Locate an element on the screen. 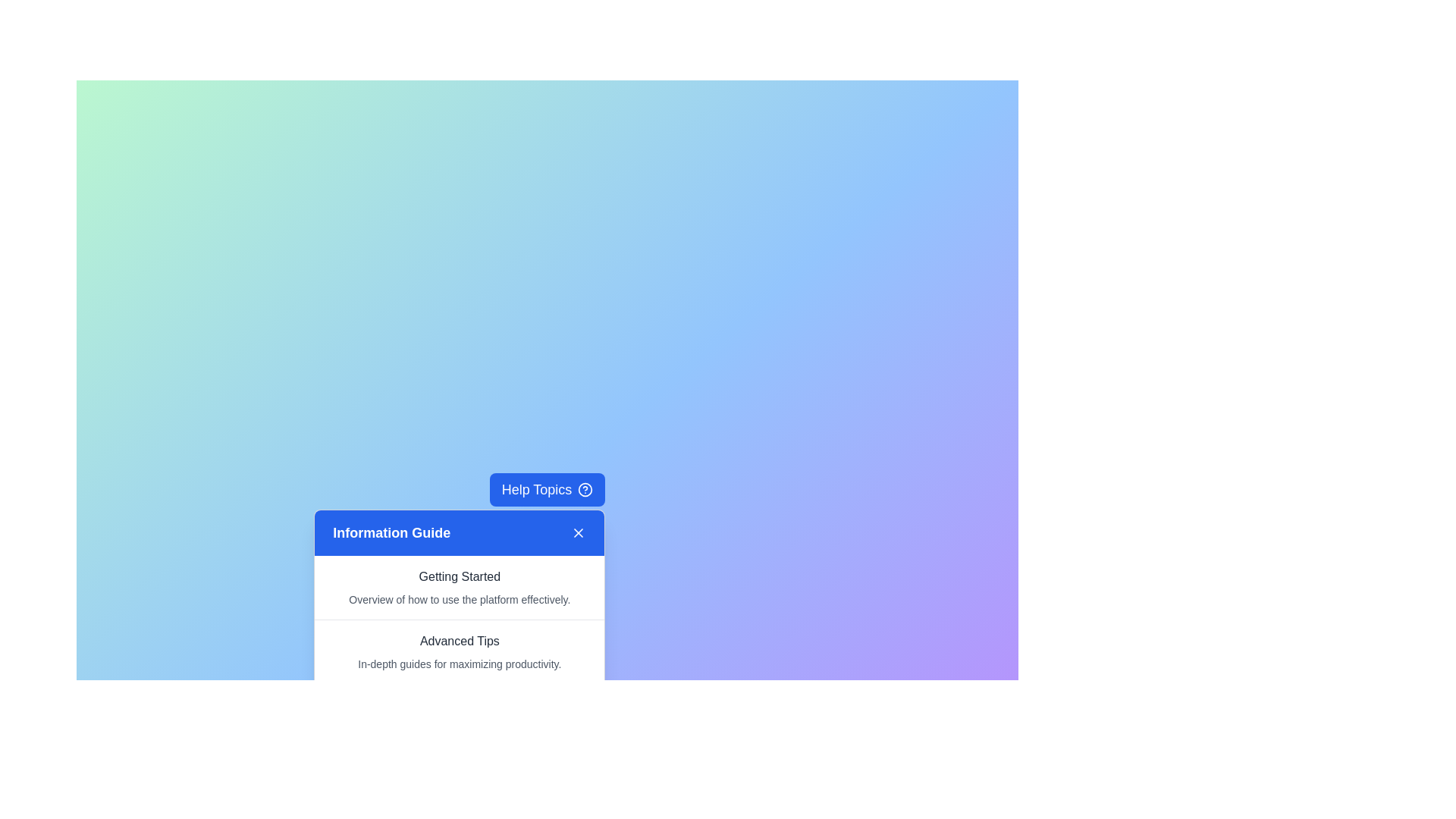  the Text label that provides a brief description below the 'Getting Started' heading within the 'Information Guide' card layout is located at coordinates (459, 598).